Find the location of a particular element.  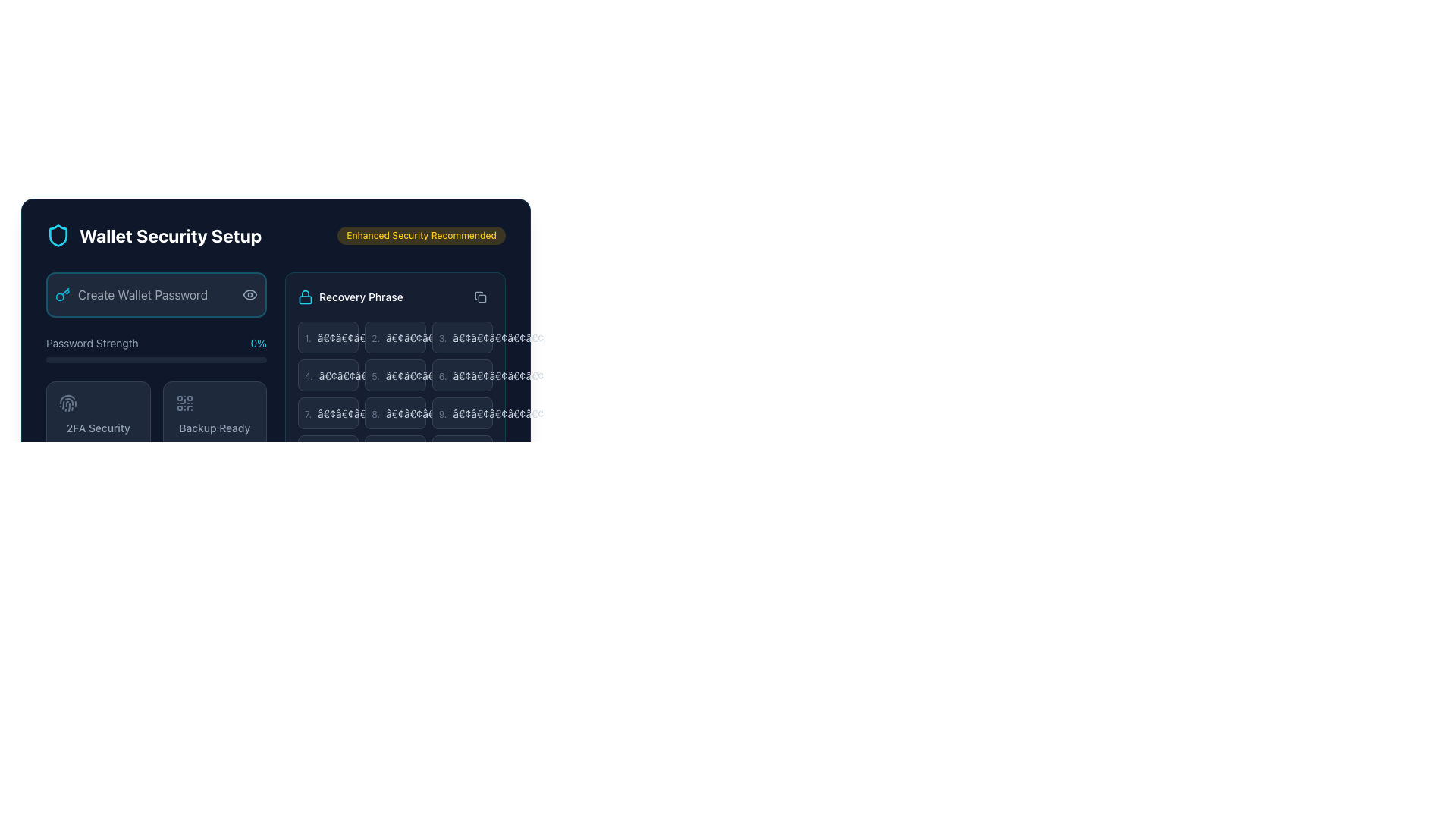

the password input field styled with a dark background and cyan highlights to focus and type the password is located at coordinates (156, 295).